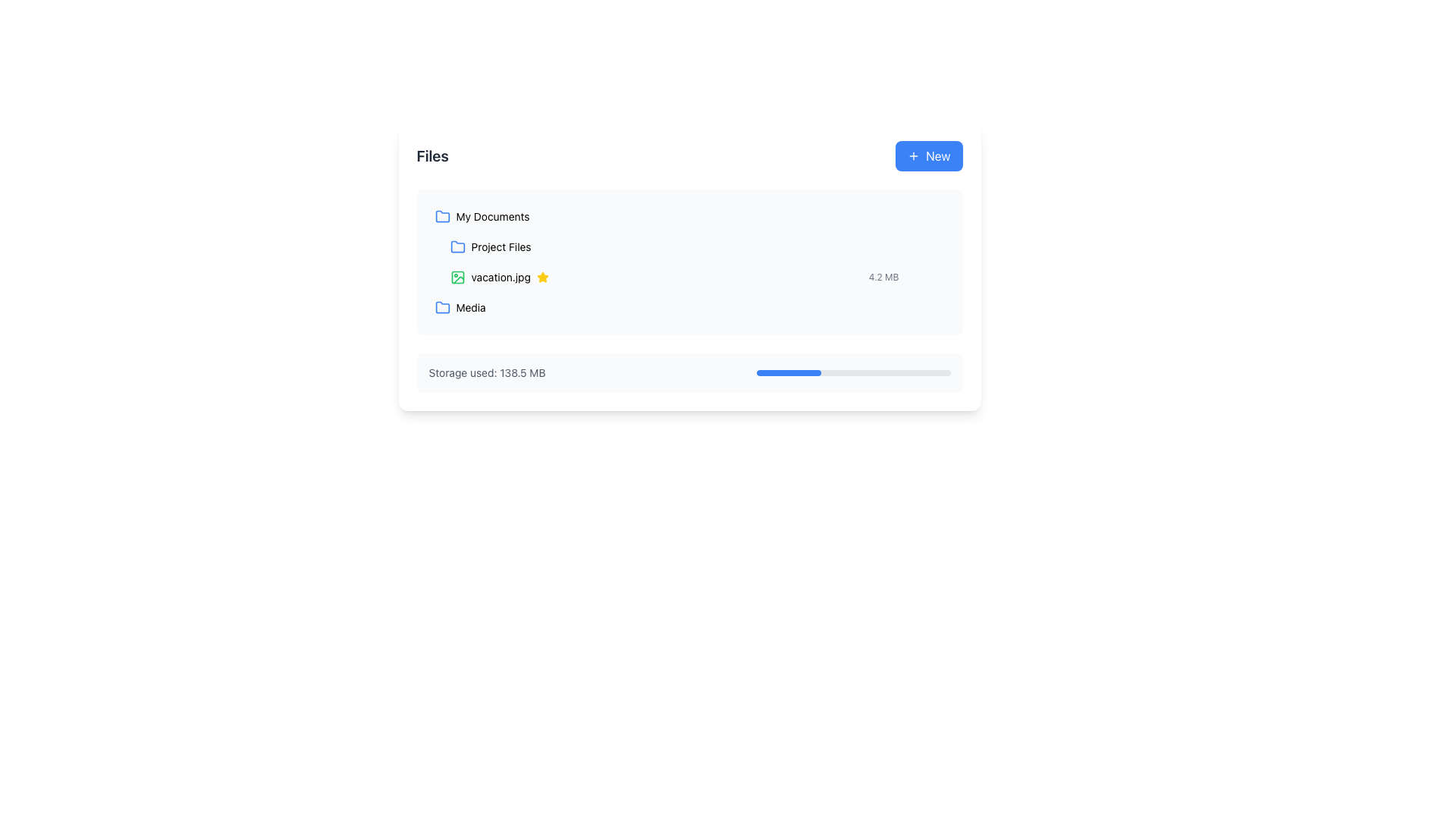 This screenshot has height=819, width=1456. I want to click on the download button located to the right of the file name and size details for 'vacation.jpg', so click(913, 216).